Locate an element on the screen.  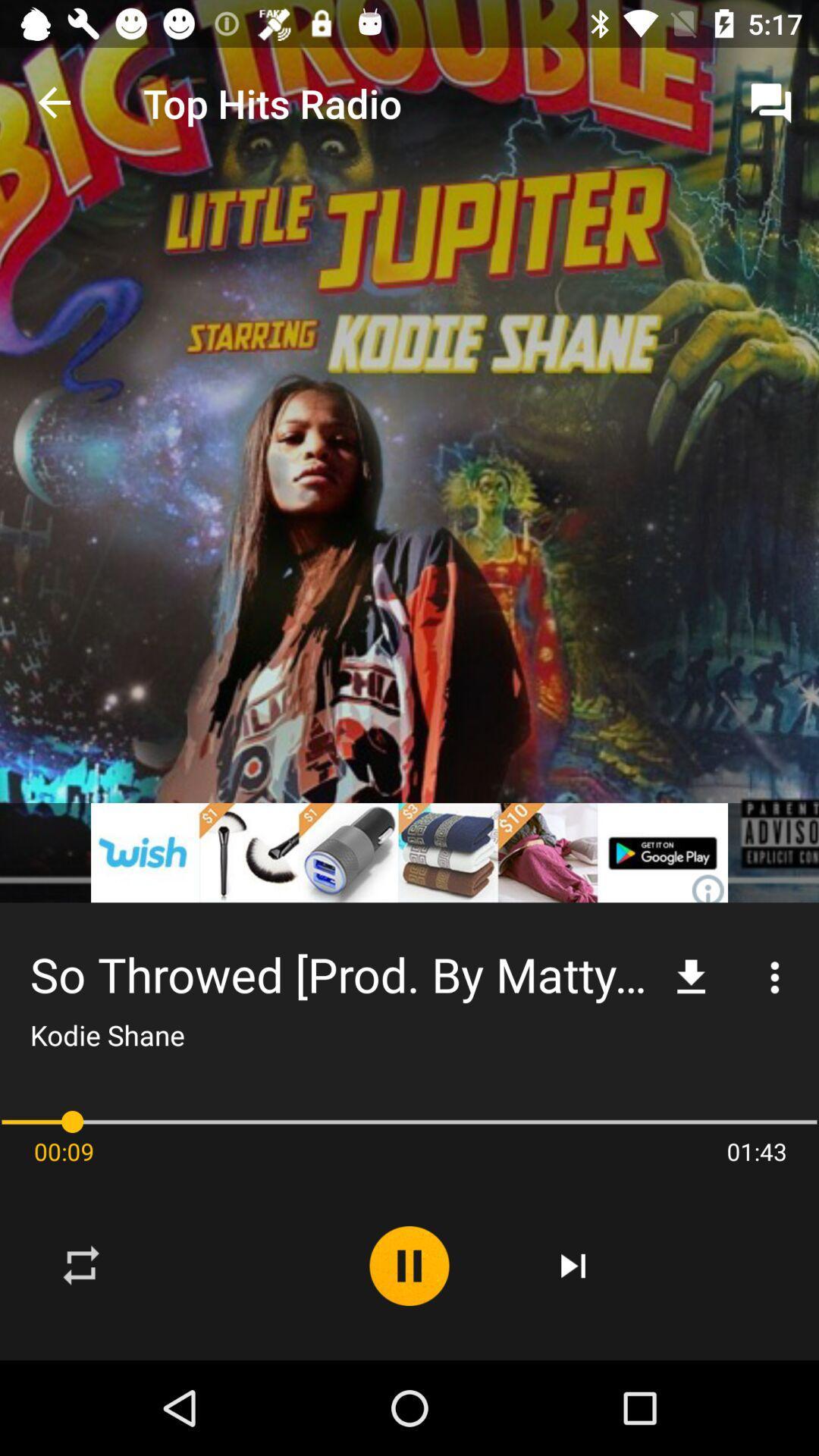
the more icon is located at coordinates (775, 977).